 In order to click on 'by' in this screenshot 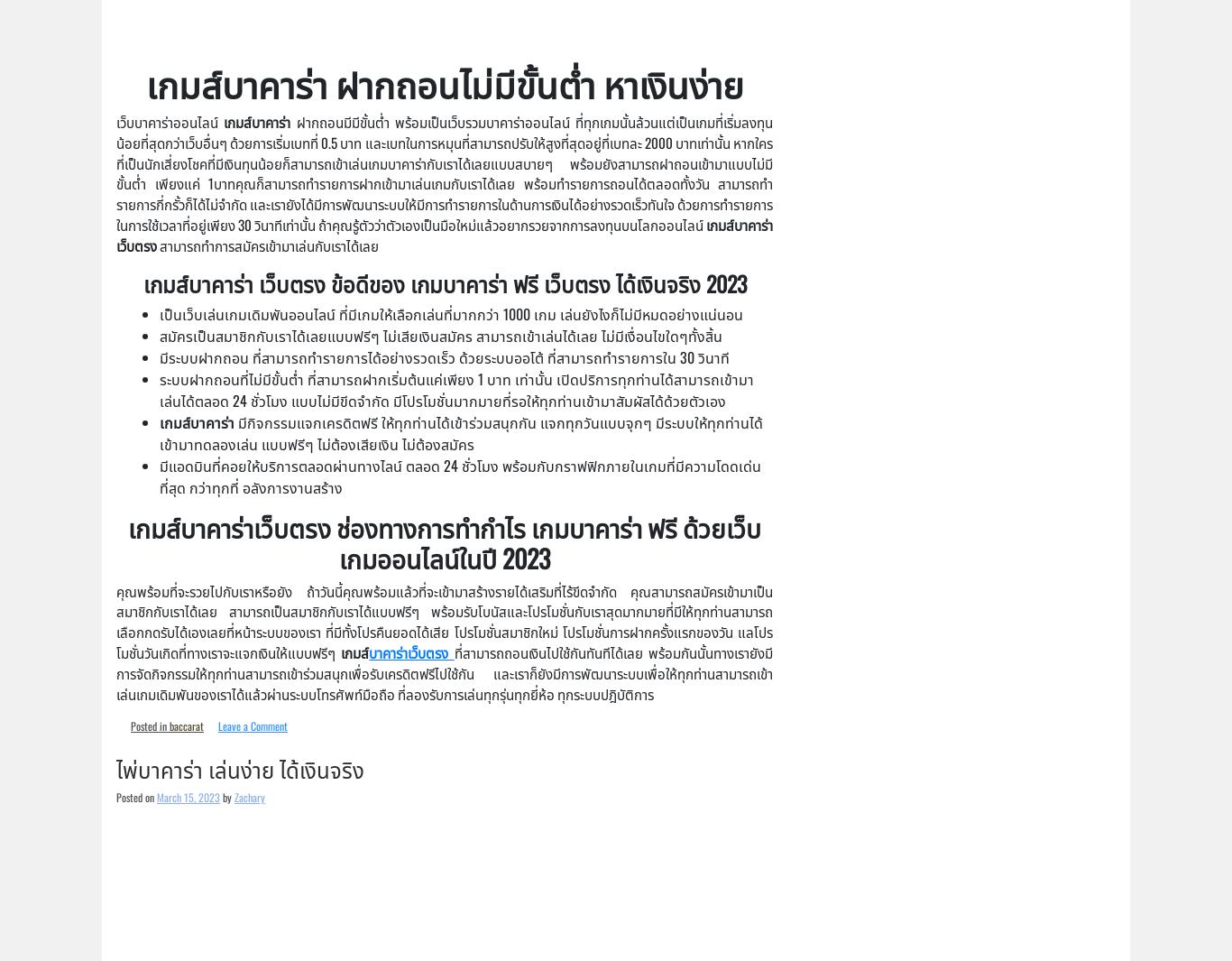, I will do `click(219, 797)`.